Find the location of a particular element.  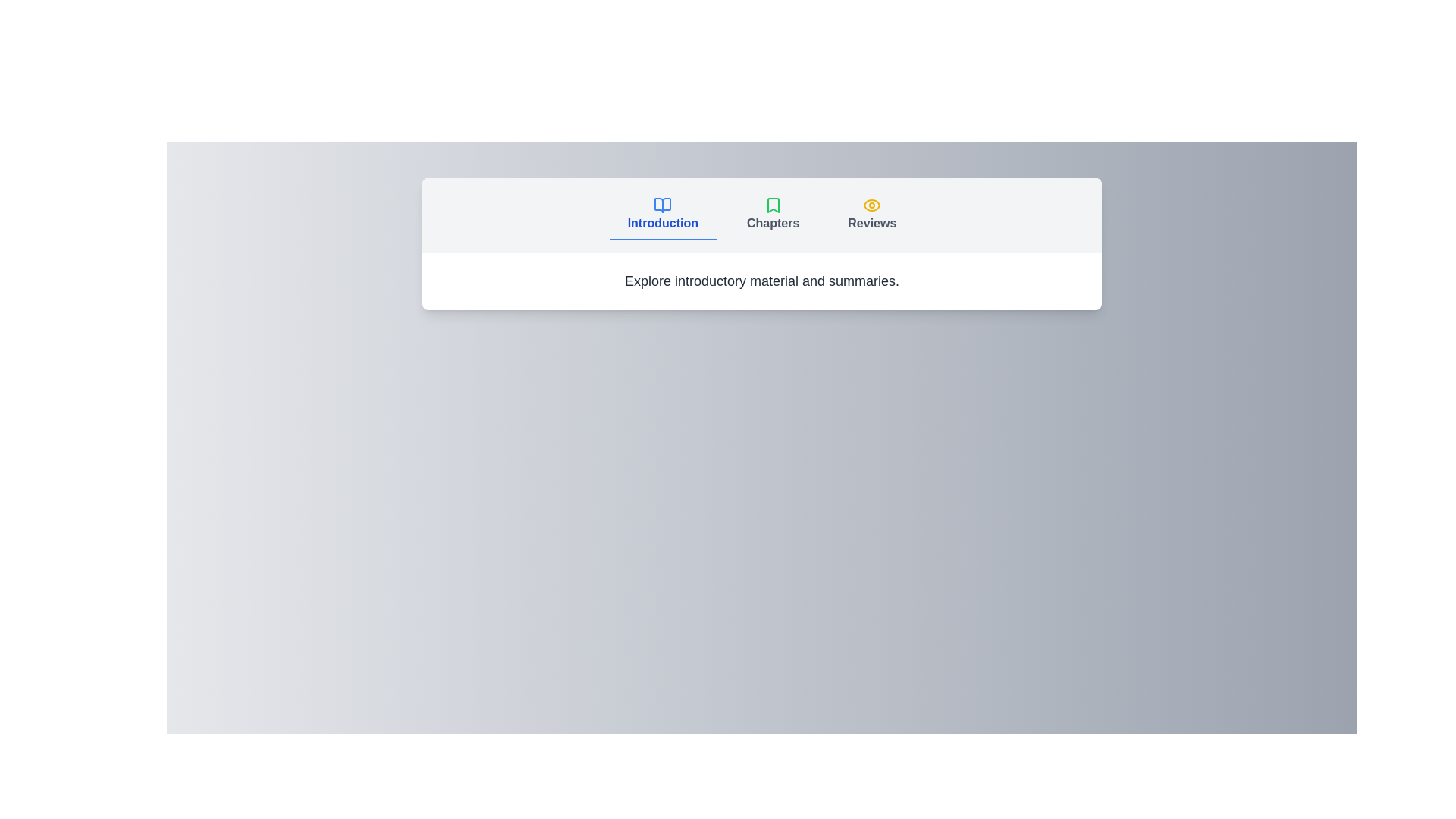

the Introduction tab to change focus is located at coordinates (662, 215).